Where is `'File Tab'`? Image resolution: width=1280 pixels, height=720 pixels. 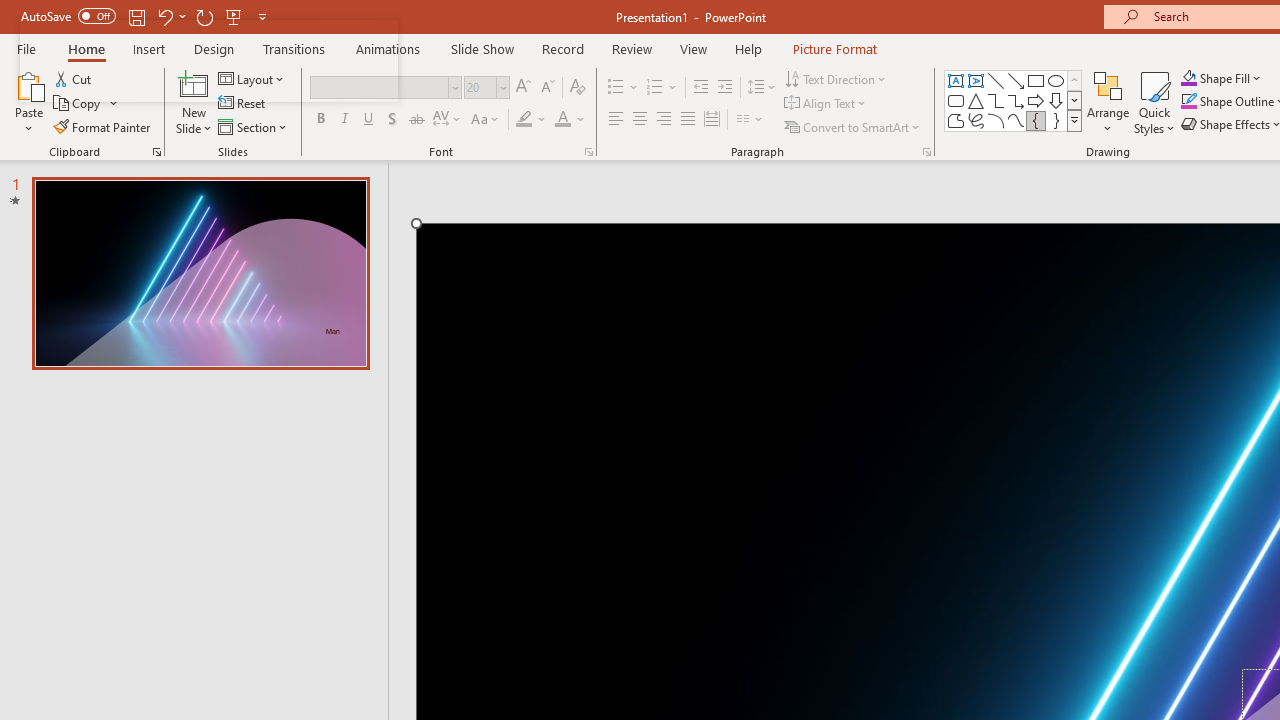 'File Tab' is located at coordinates (26, 47).